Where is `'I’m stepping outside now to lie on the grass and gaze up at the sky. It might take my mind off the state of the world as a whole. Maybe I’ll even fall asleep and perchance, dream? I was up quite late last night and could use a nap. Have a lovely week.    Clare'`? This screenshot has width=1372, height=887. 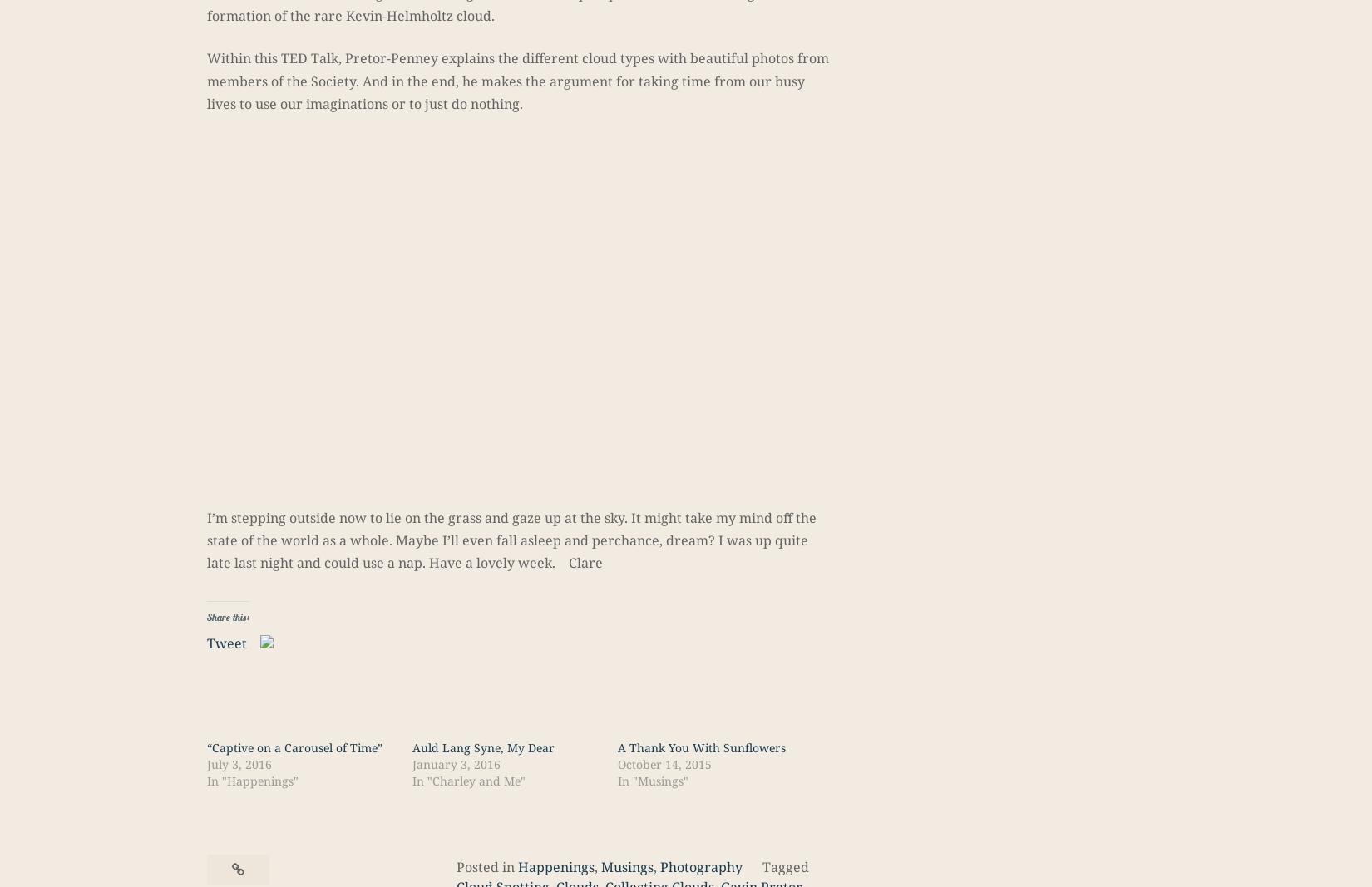 'I’m stepping outside now to lie on the grass and gaze up at the sky. It might take my mind off the state of the world as a whole. Maybe I’ll even fall asleep and perchance, dream? I was up quite late last night and could use a nap. Have a lovely week.    Clare' is located at coordinates (206, 539).